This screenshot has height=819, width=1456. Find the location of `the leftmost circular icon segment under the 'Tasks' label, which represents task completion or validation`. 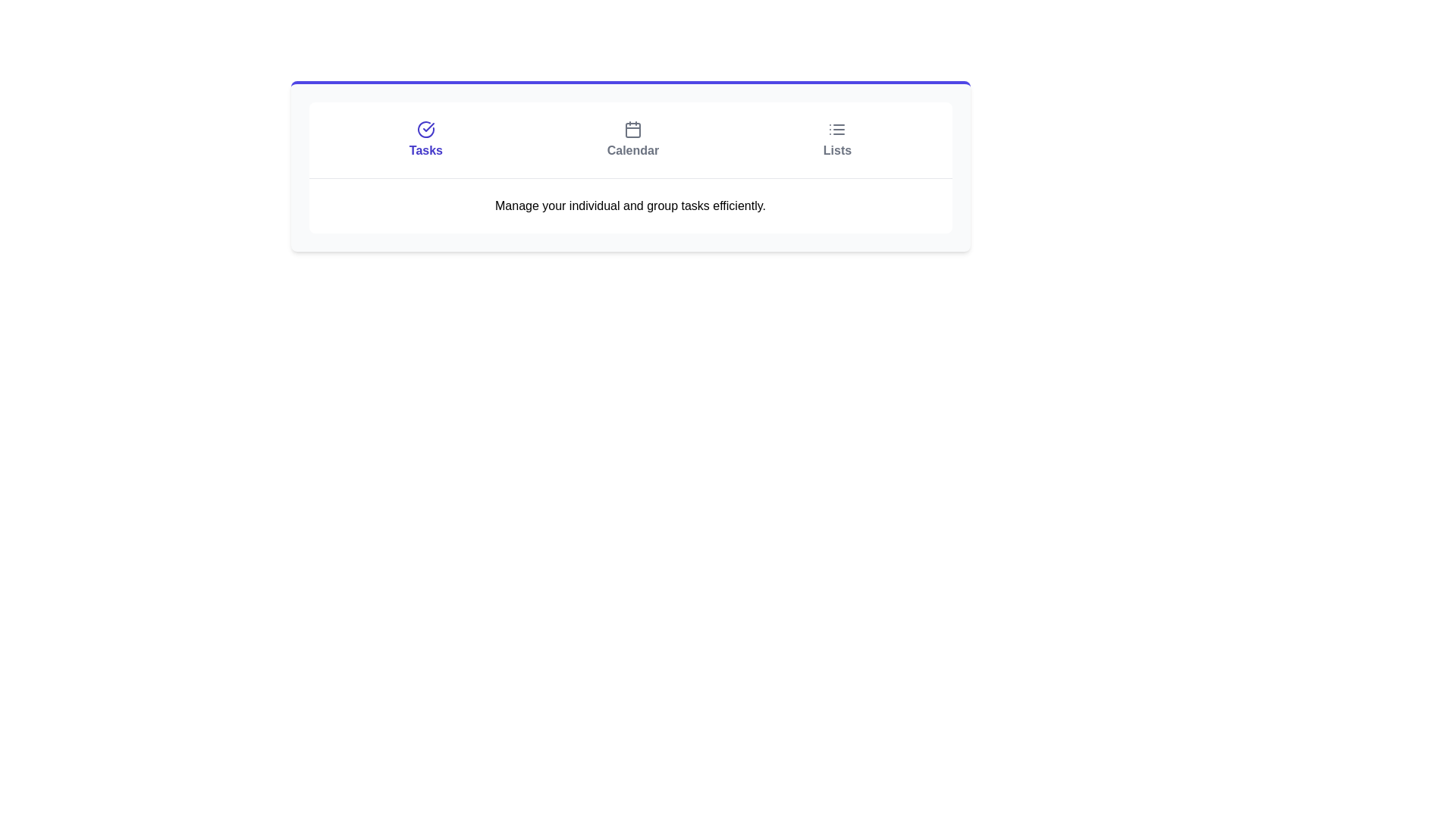

the leftmost circular icon segment under the 'Tasks' label, which represents task completion or validation is located at coordinates (425, 128).